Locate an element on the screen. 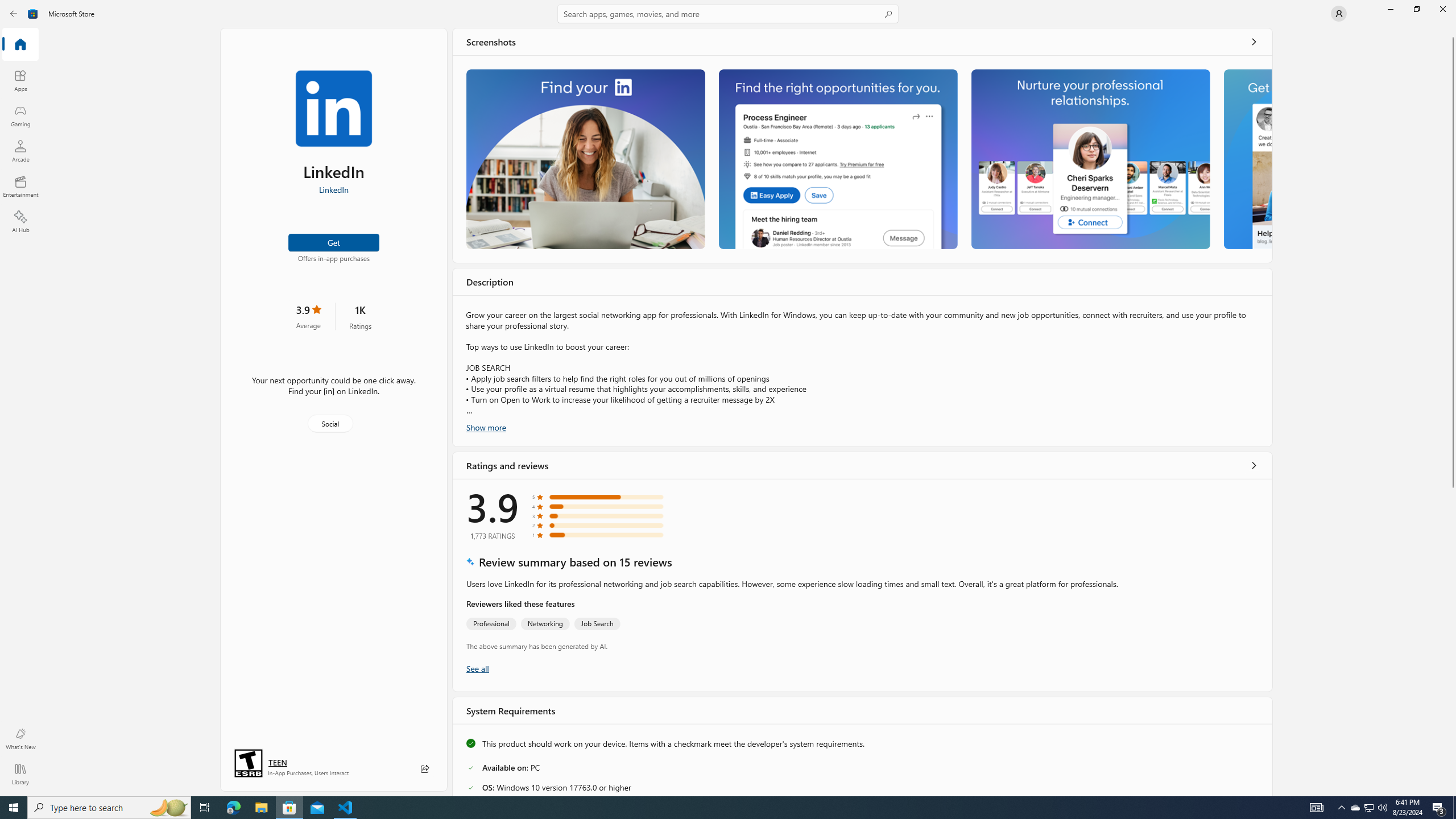 The width and height of the screenshot is (1456, 819). '3.9 stars. Click to skip to ratings and reviews' is located at coordinates (308, 316).